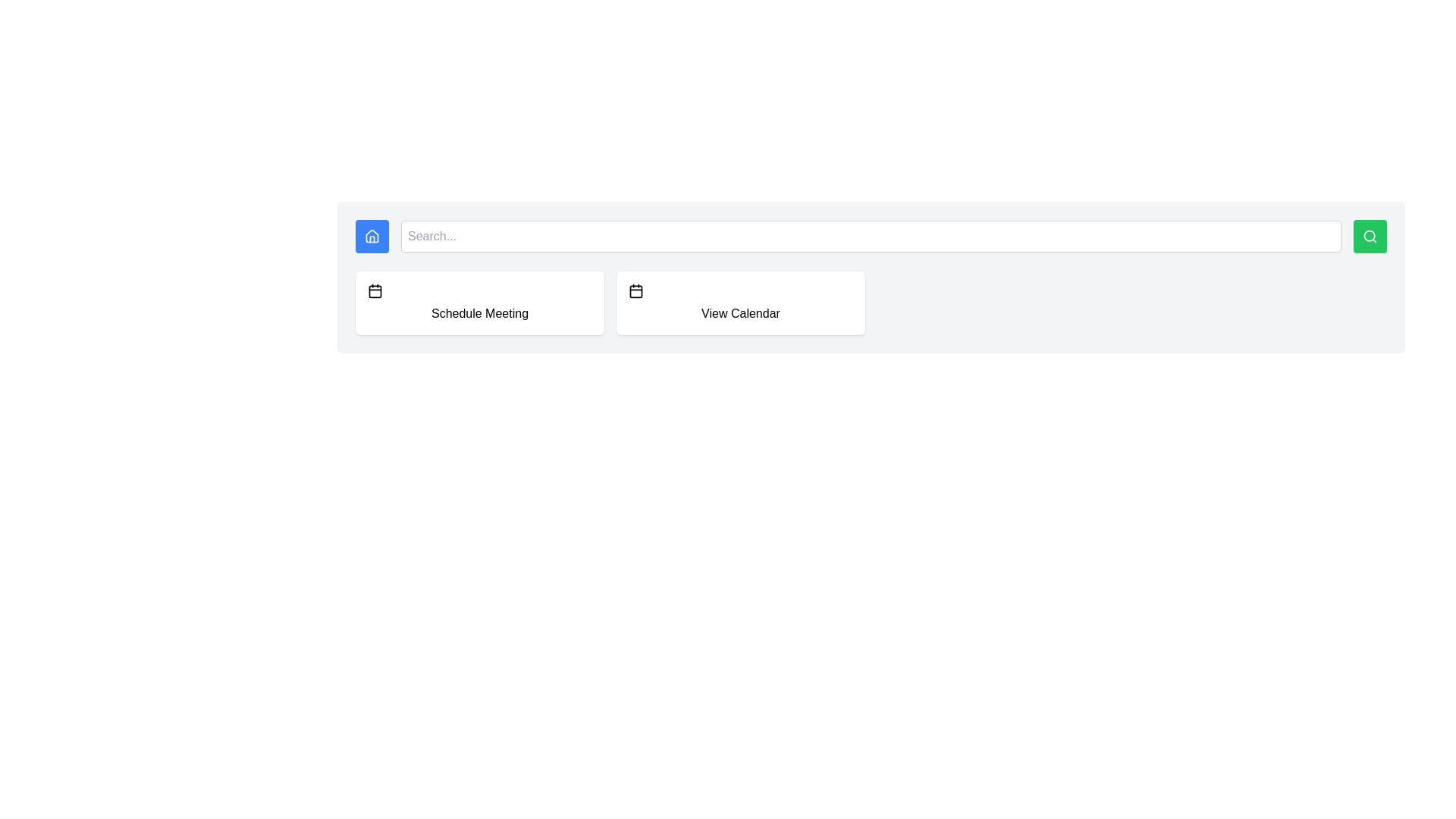 The height and width of the screenshot is (819, 1456). Describe the element at coordinates (375, 291) in the screenshot. I see `the rectangular graphical element that is part of the calendar icon, located to the right of the 'Schedule Meeting' button and adjacent to the 'View Calendar' label` at that location.